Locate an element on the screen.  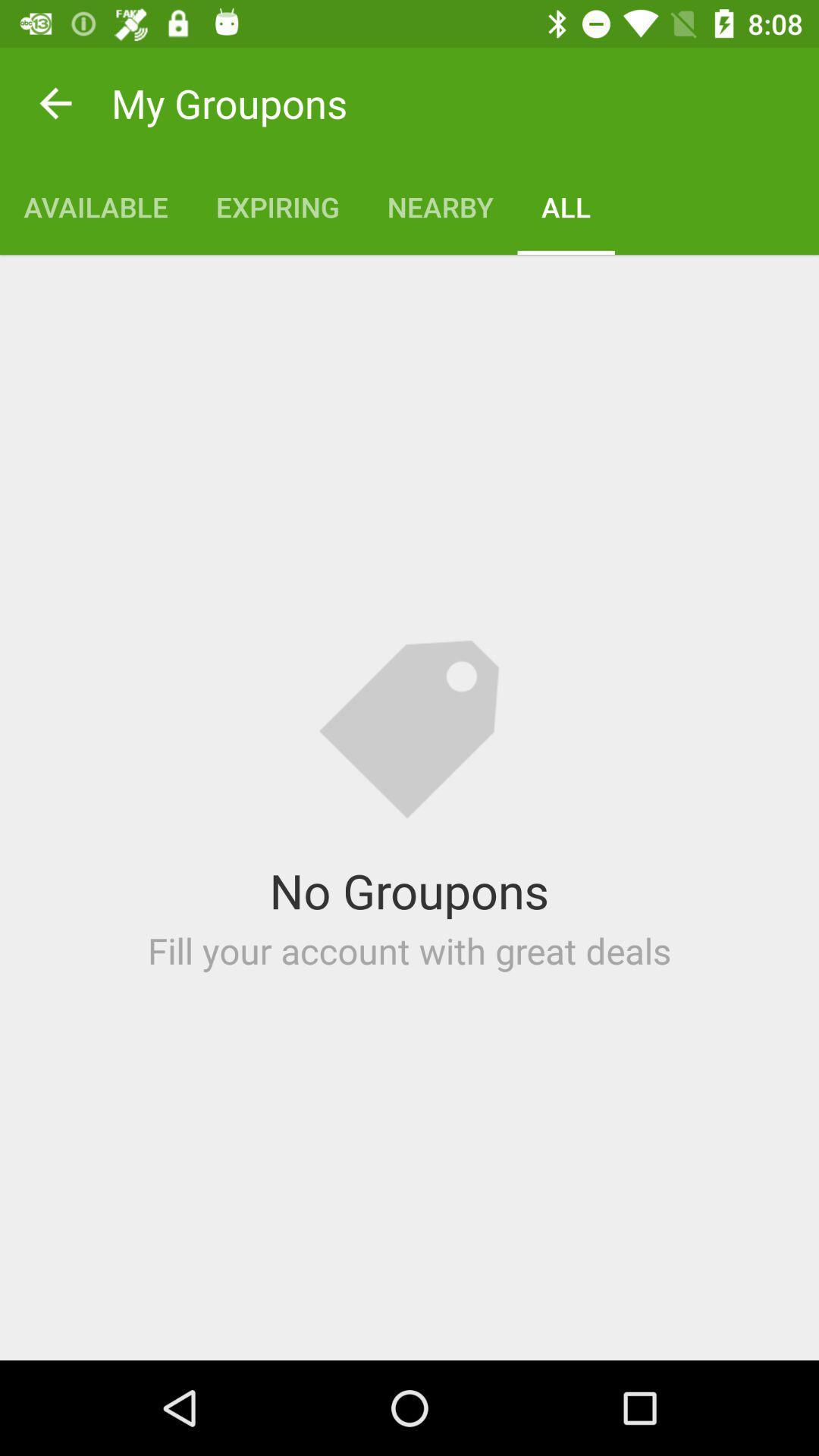
the all item is located at coordinates (566, 206).